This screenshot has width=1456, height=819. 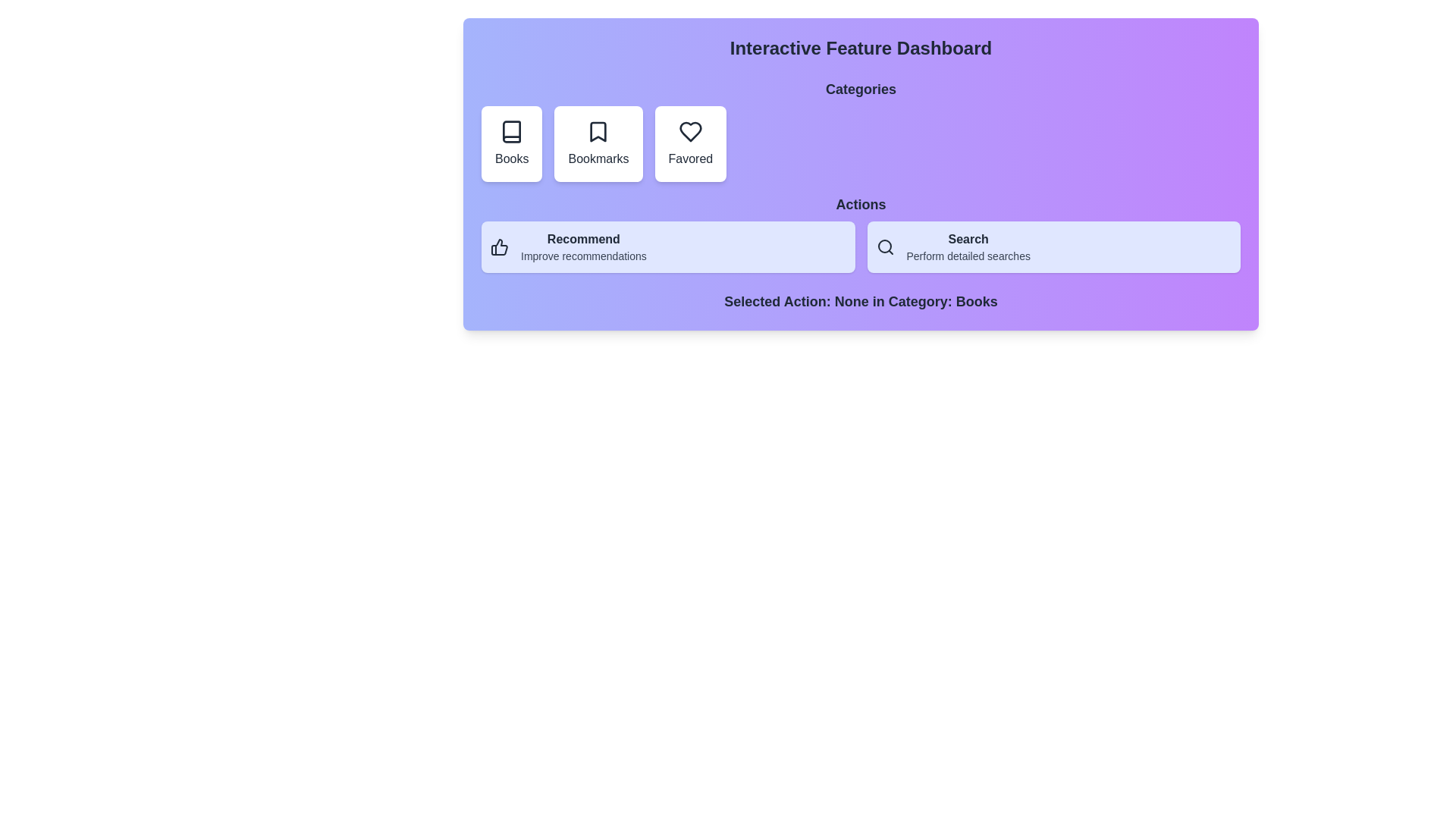 I want to click on main header text located at the top of the dashboard interface, which is centrally aligned above the 'Categories' and 'Actions' elements, so click(x=861, y=48).